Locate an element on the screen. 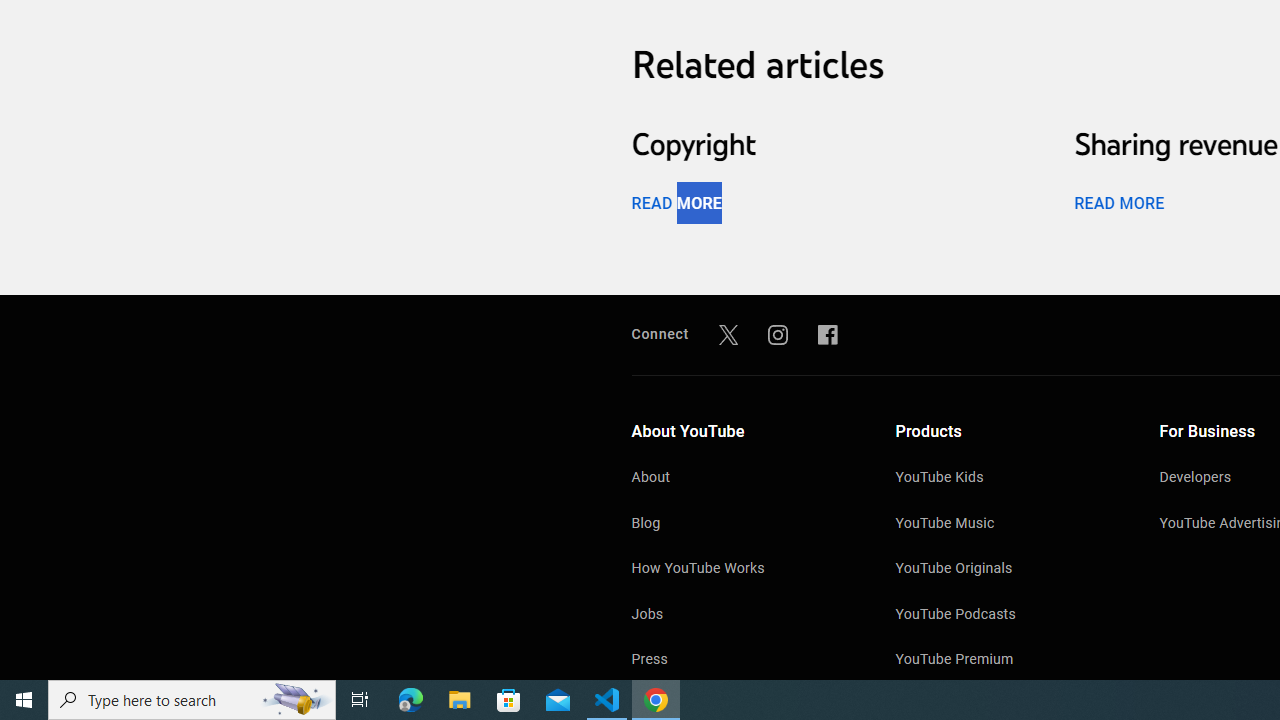  'YouTube Premium' is located at coordinates (1007, 661).